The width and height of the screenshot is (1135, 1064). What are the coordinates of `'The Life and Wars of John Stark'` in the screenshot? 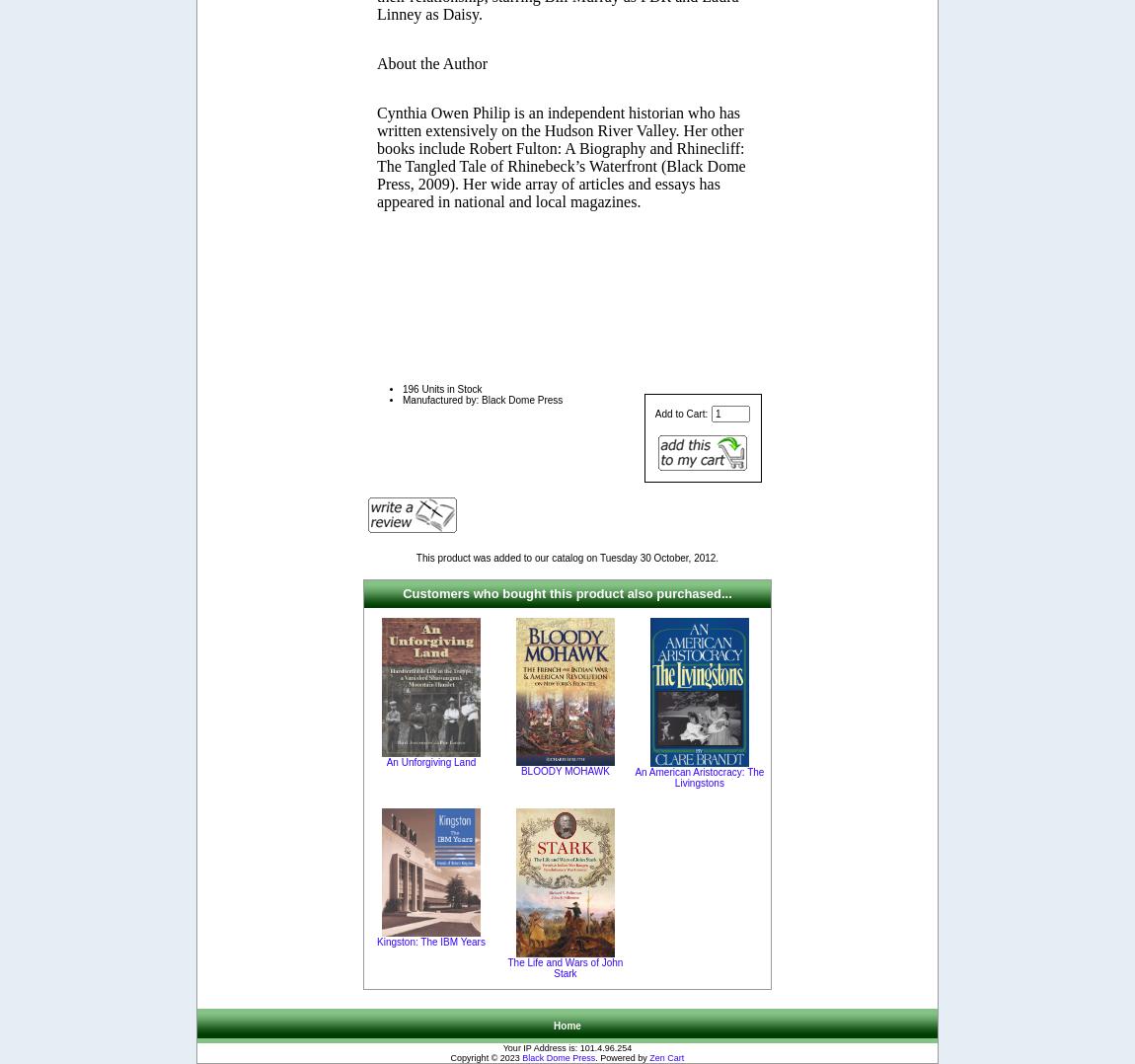 It's located at (565, 967).